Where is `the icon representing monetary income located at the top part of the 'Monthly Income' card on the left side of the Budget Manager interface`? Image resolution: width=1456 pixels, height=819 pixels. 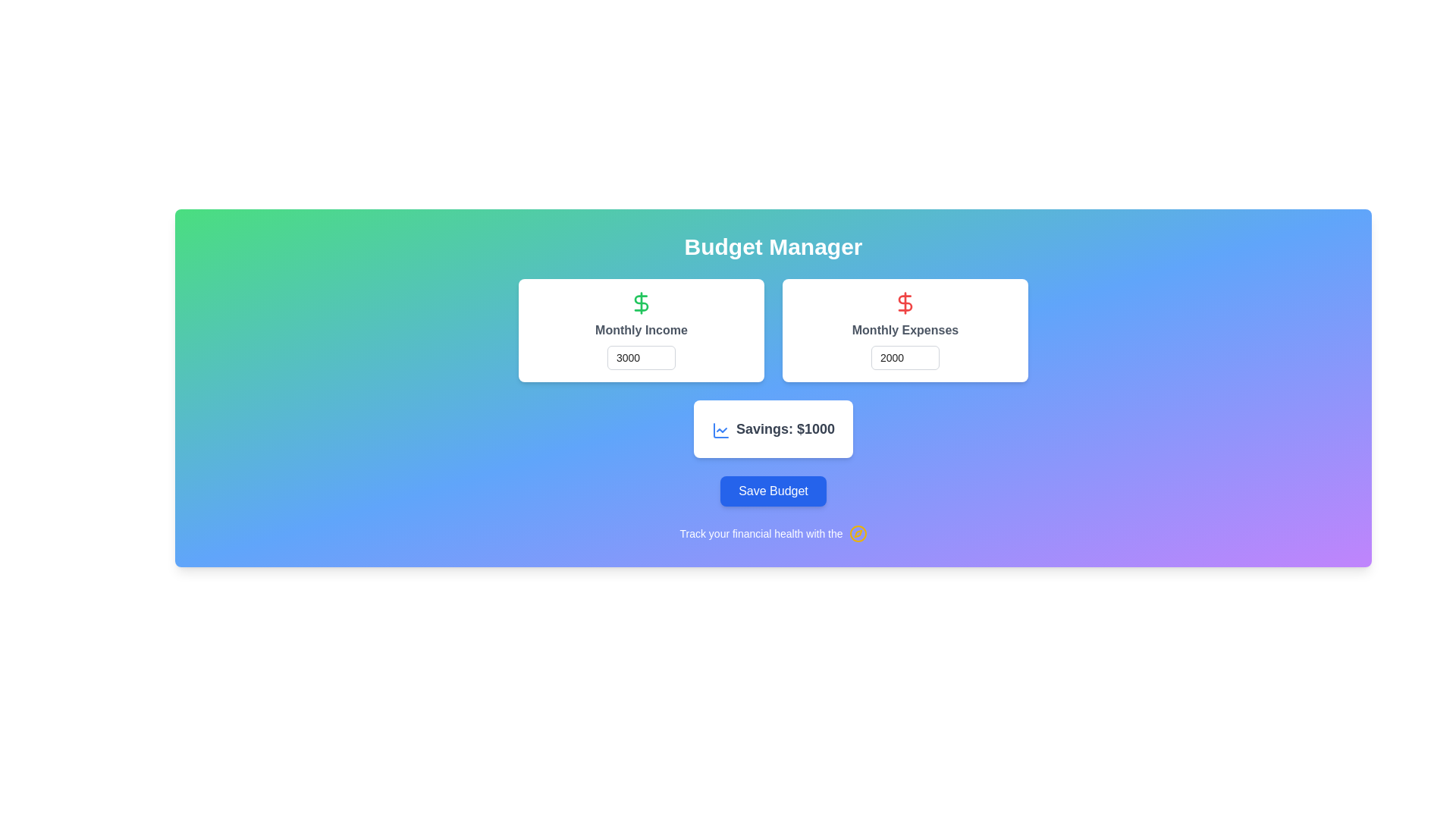
the icon representing monetary income located at the top part of the 'Monthly Income' card on the left side of the Budget Manager interface is located at coordinates (641, 303).